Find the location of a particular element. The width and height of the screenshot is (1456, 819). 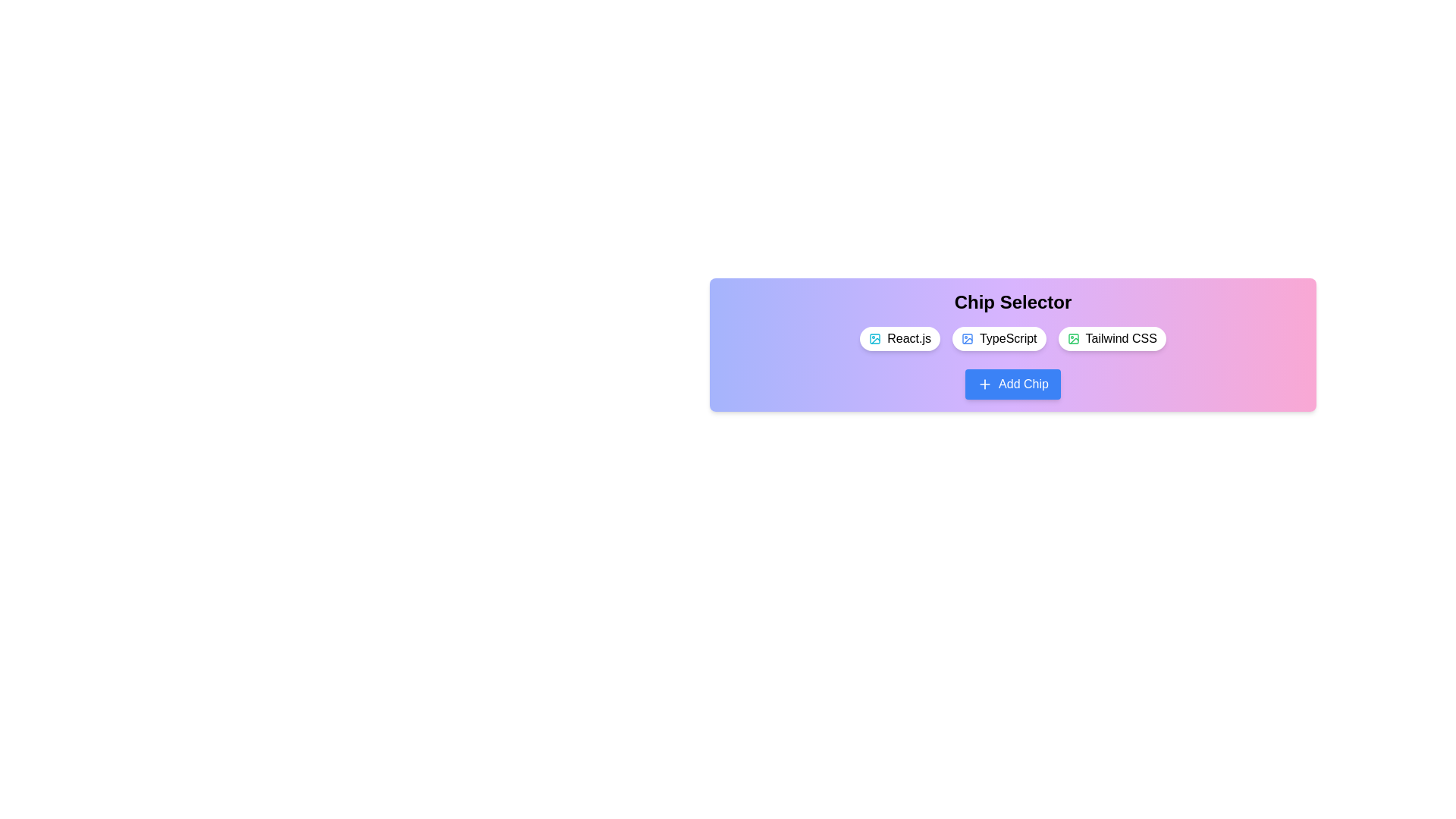

the 'TypeScript' text label within the chip component is located at coordinates (1008, 338).